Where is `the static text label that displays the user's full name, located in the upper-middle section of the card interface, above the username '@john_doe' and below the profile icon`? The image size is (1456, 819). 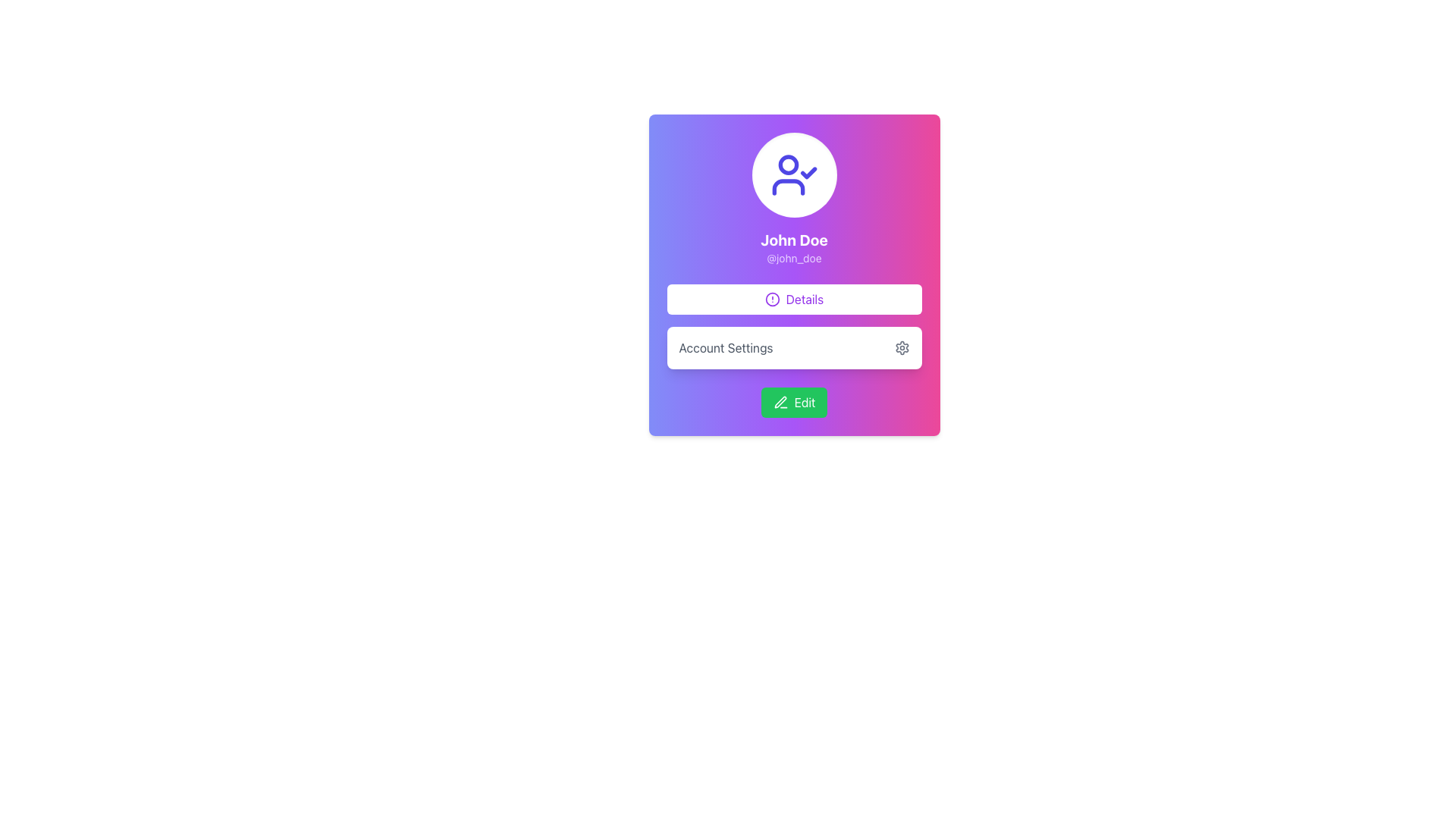 the static text label that displays the user's full name, located in the upper-middle section of the card interface, above the username '@john_doe' and below the profile icon is located at coordinates (793, 239).